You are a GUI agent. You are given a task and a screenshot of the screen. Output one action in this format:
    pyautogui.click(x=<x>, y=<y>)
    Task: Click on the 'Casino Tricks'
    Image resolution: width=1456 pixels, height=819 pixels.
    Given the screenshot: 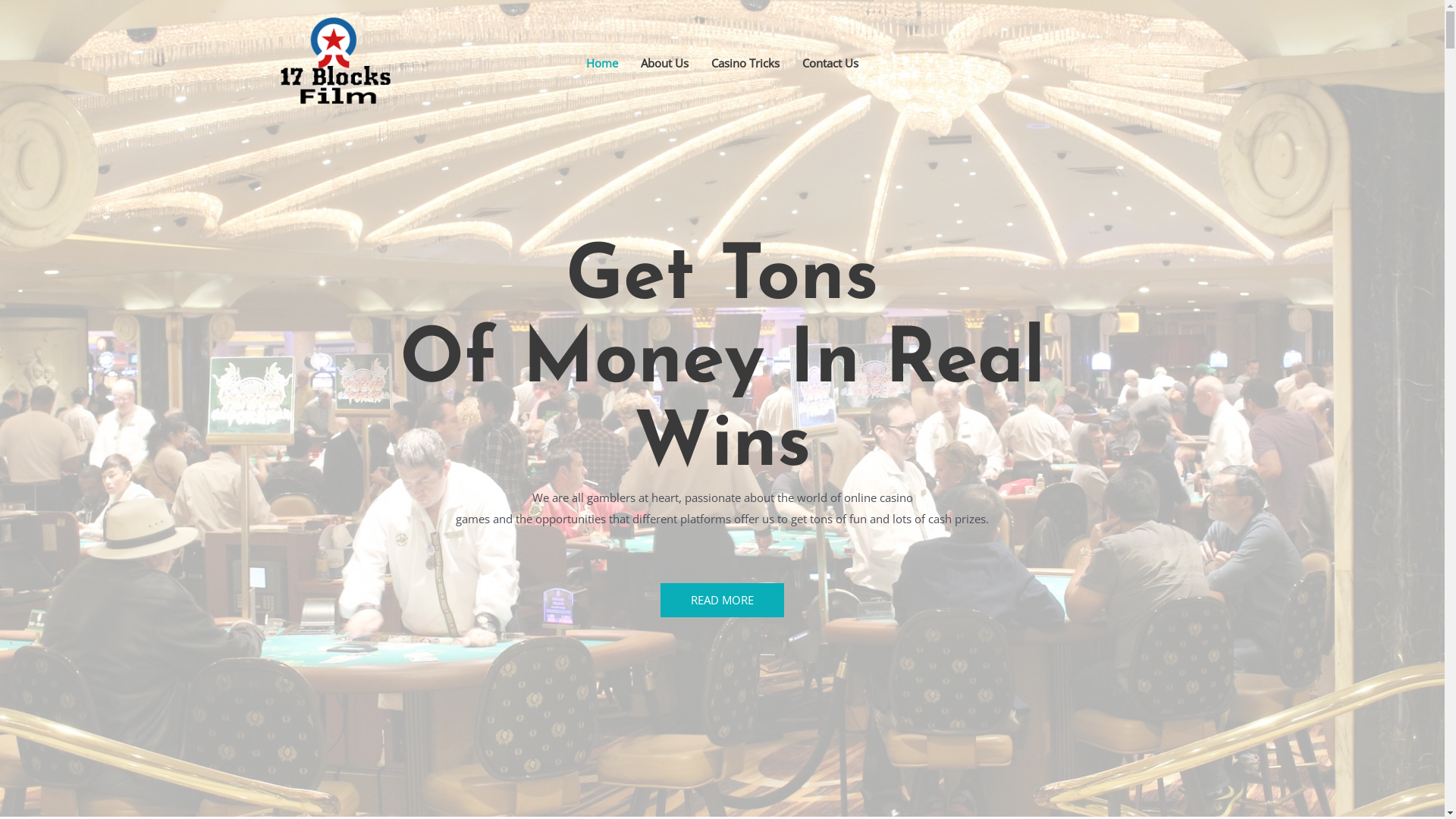 What is the action you would take?
    pyautogui.click(x=745, y=62)
    